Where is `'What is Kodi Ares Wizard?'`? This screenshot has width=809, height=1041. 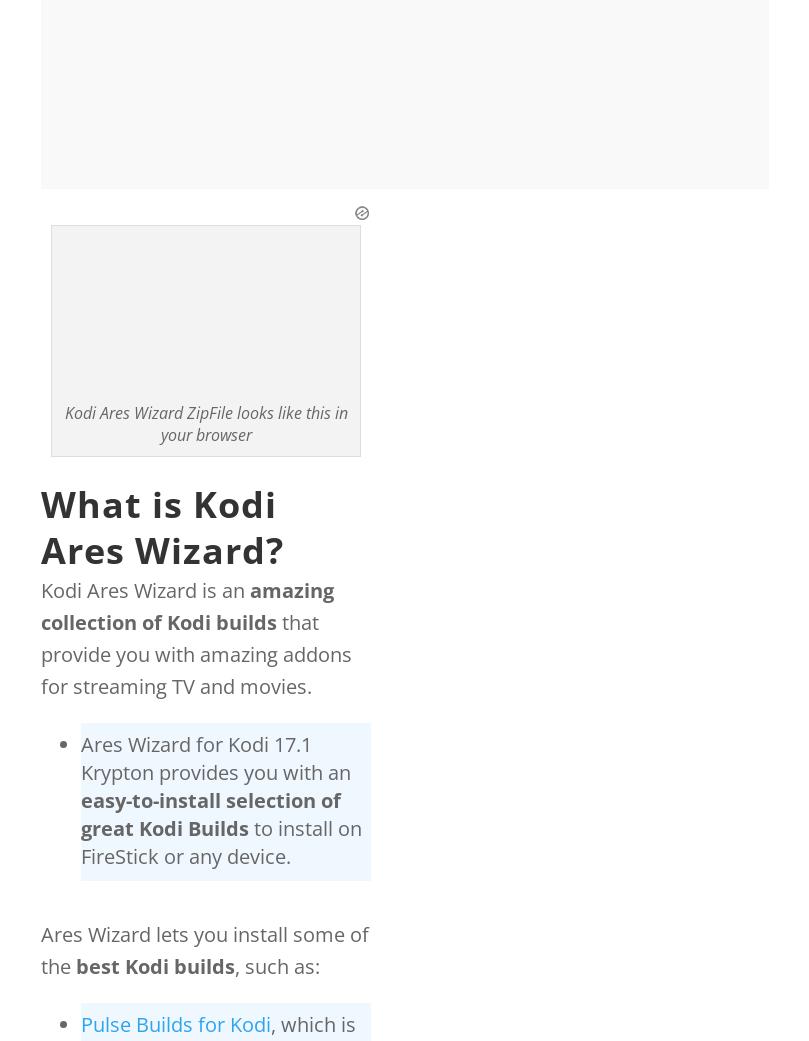 'What is Kodi Ares Wizard?' is located at coordinates (41, 526).